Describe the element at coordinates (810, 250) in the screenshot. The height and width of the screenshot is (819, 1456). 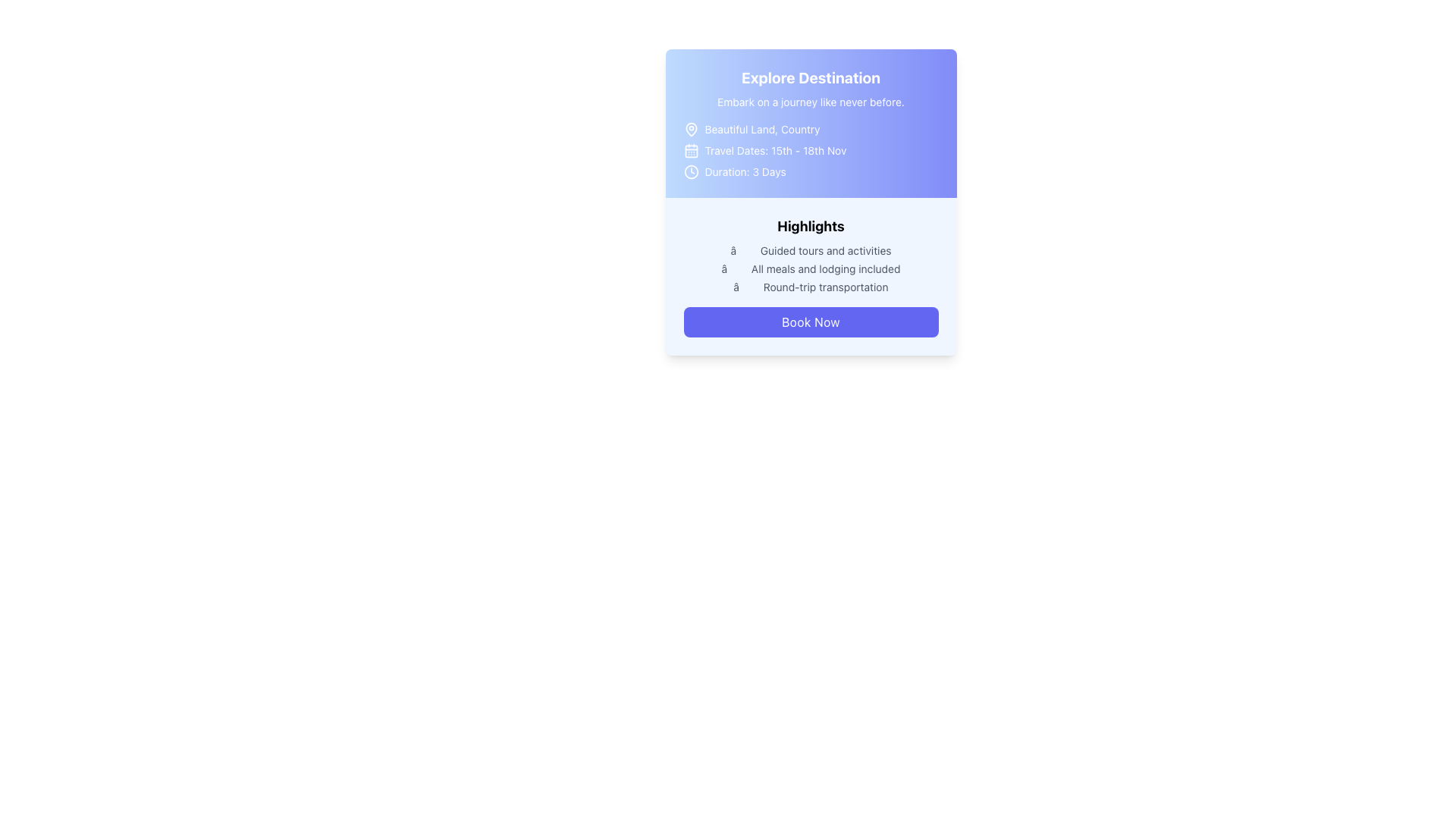
I see `the list item displaying the text '✔ Guided tours and activities' under the 'Highlights' section, as it is interactive` at that location.